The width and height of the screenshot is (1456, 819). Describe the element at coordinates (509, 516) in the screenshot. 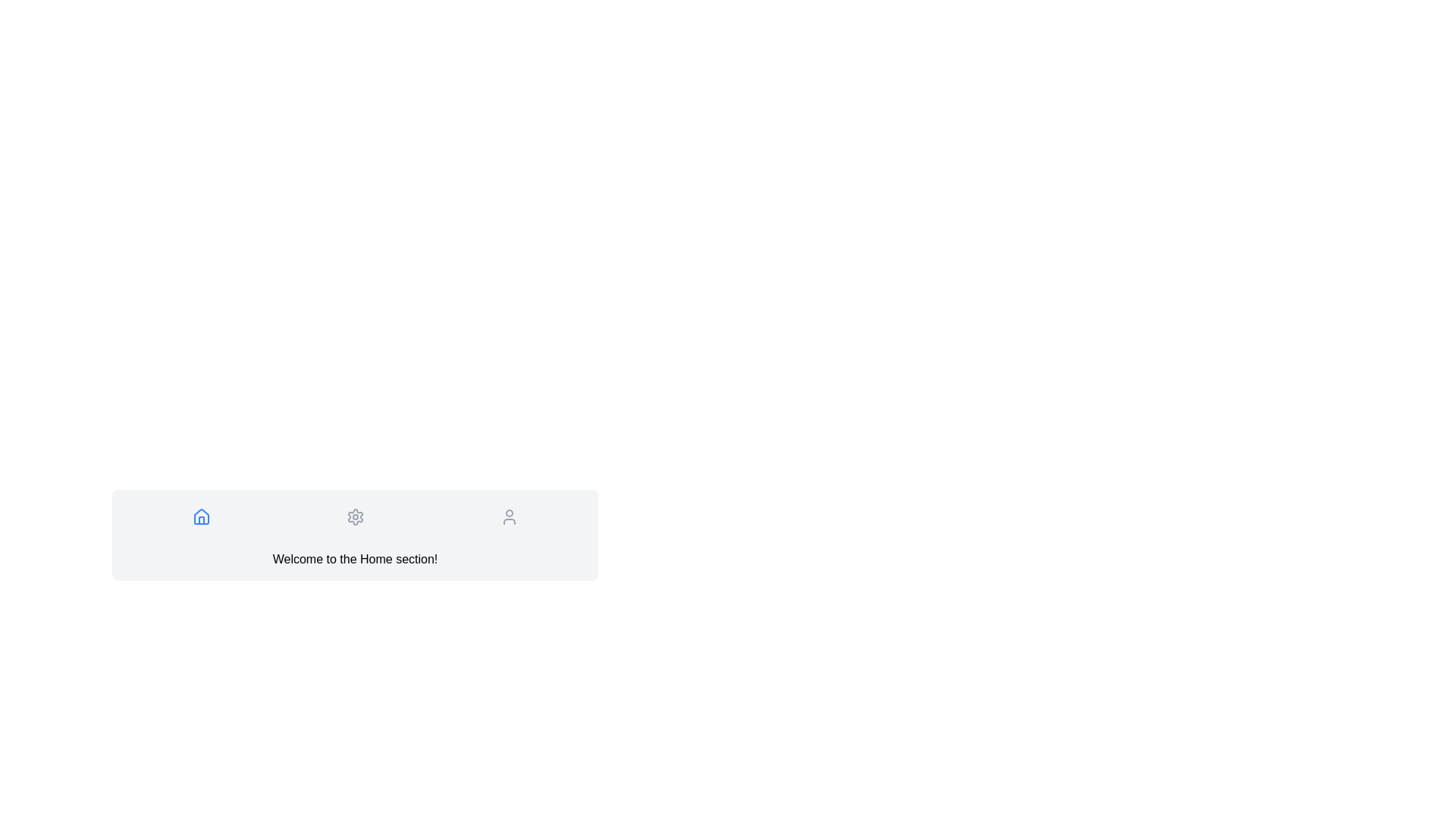

I see `the user profile icon, which is a monochromatic gray vector graphic resembling a person, located as the third icon from the left in the rightmost group of the horizontal navigation bar` at that location.